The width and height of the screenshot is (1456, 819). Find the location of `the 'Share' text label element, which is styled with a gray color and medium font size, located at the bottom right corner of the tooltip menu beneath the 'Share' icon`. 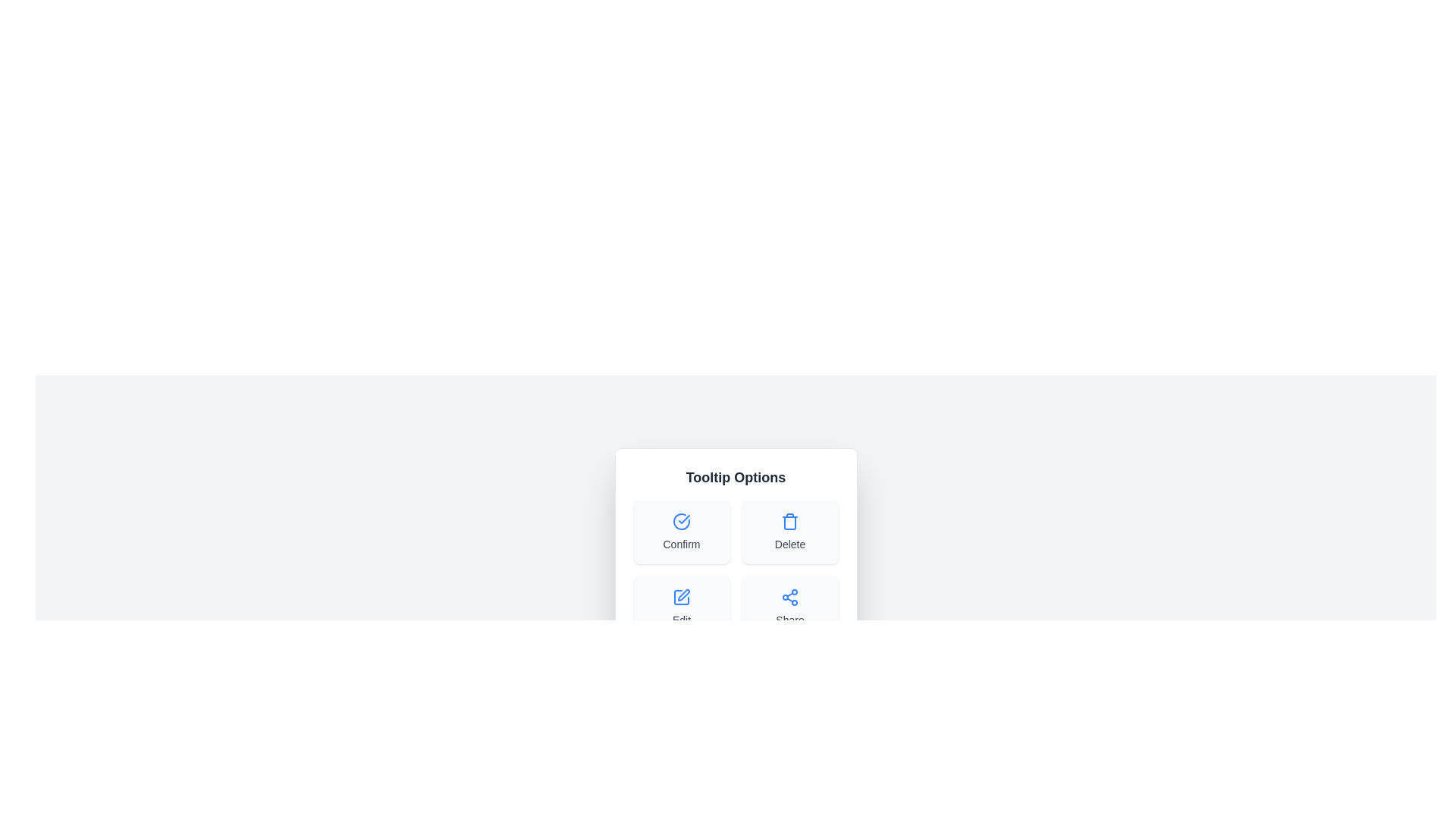

the 'Share' text label element, which is styled with a gray color and medium font size, located at the bottom right corner of the tooltip menu beneath the 'Share' icon is located at coordinates (789, 620).